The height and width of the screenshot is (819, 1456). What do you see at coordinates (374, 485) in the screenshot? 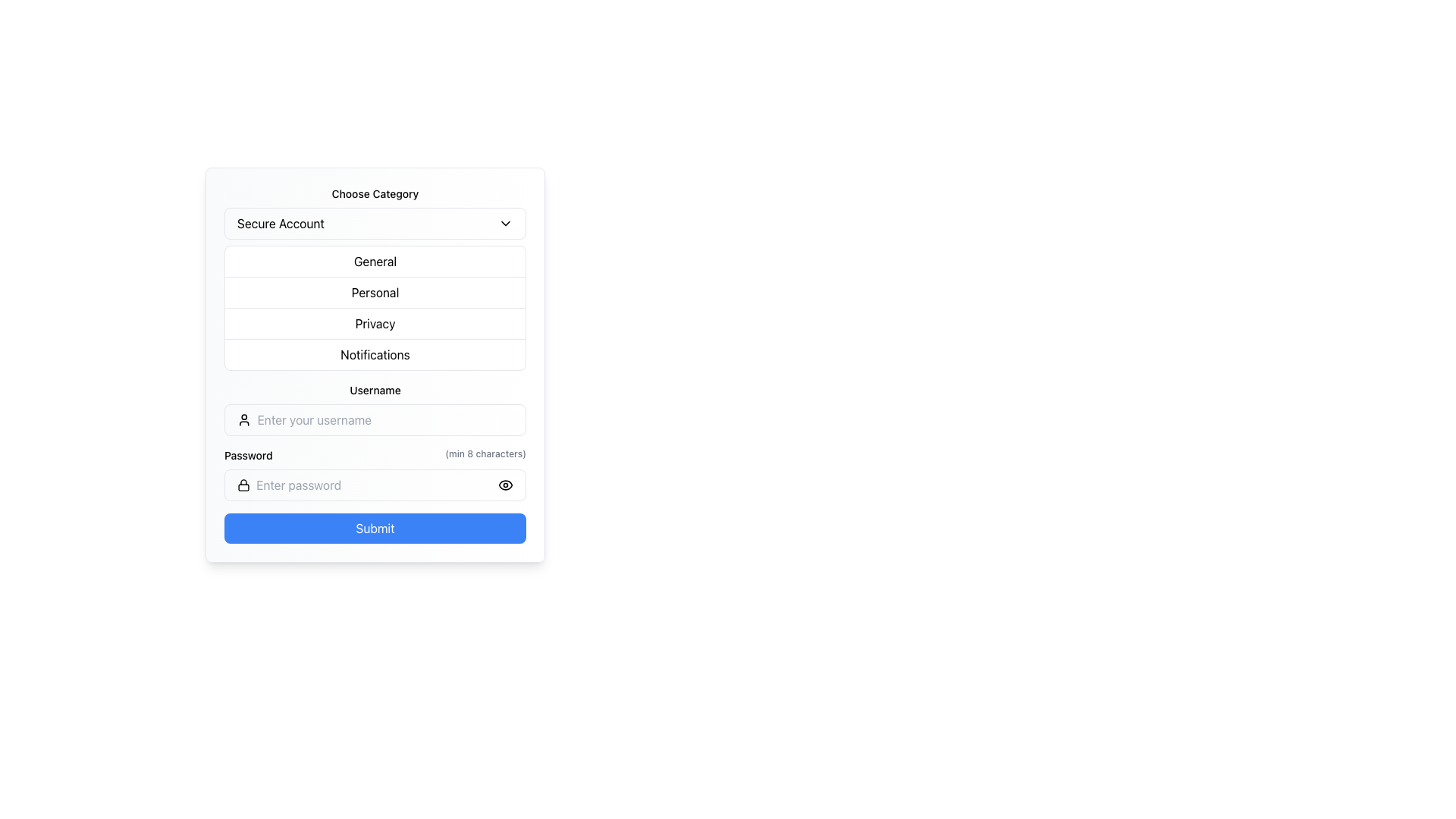
I see `the password input field by pressing the tab key` at bounding box center [374, 485].